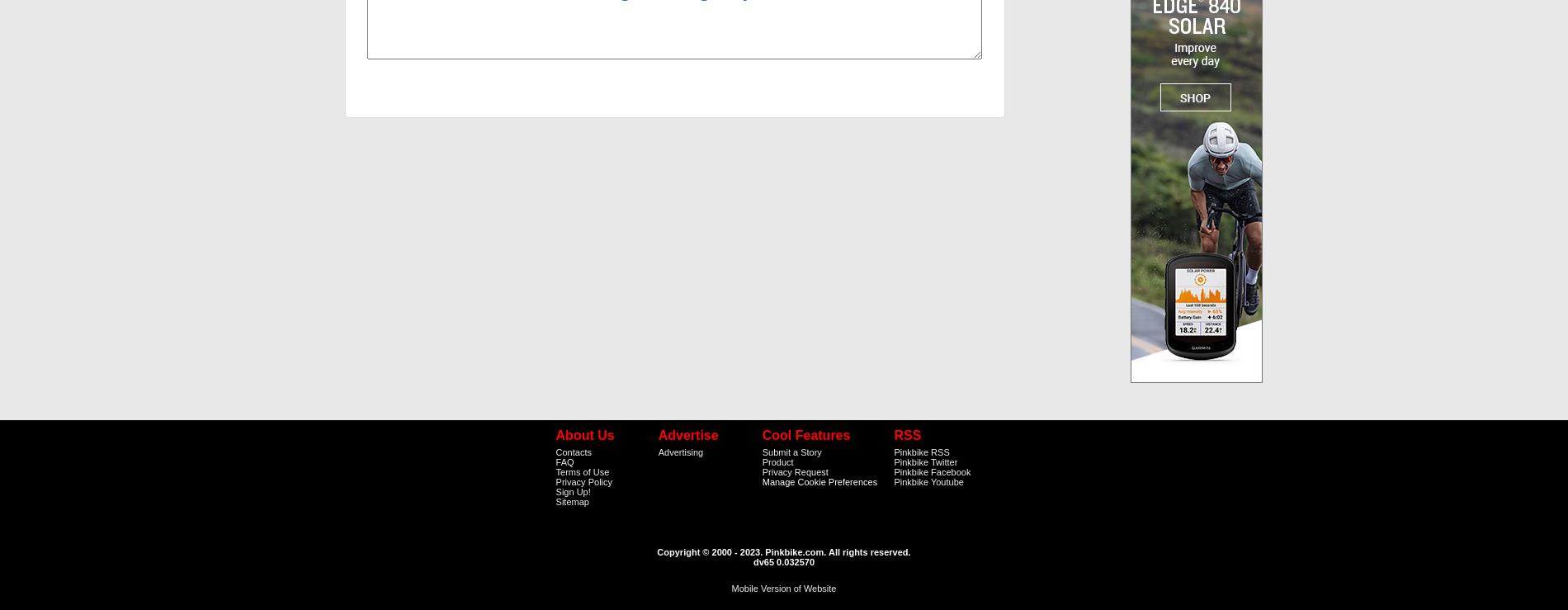 Image resolution: width=1568 pixels, height=610 pixels. What do you see at coordinates (791, 451) in the screenshot?
I see `'Submit a Story'` at bounding box center [791, 451].